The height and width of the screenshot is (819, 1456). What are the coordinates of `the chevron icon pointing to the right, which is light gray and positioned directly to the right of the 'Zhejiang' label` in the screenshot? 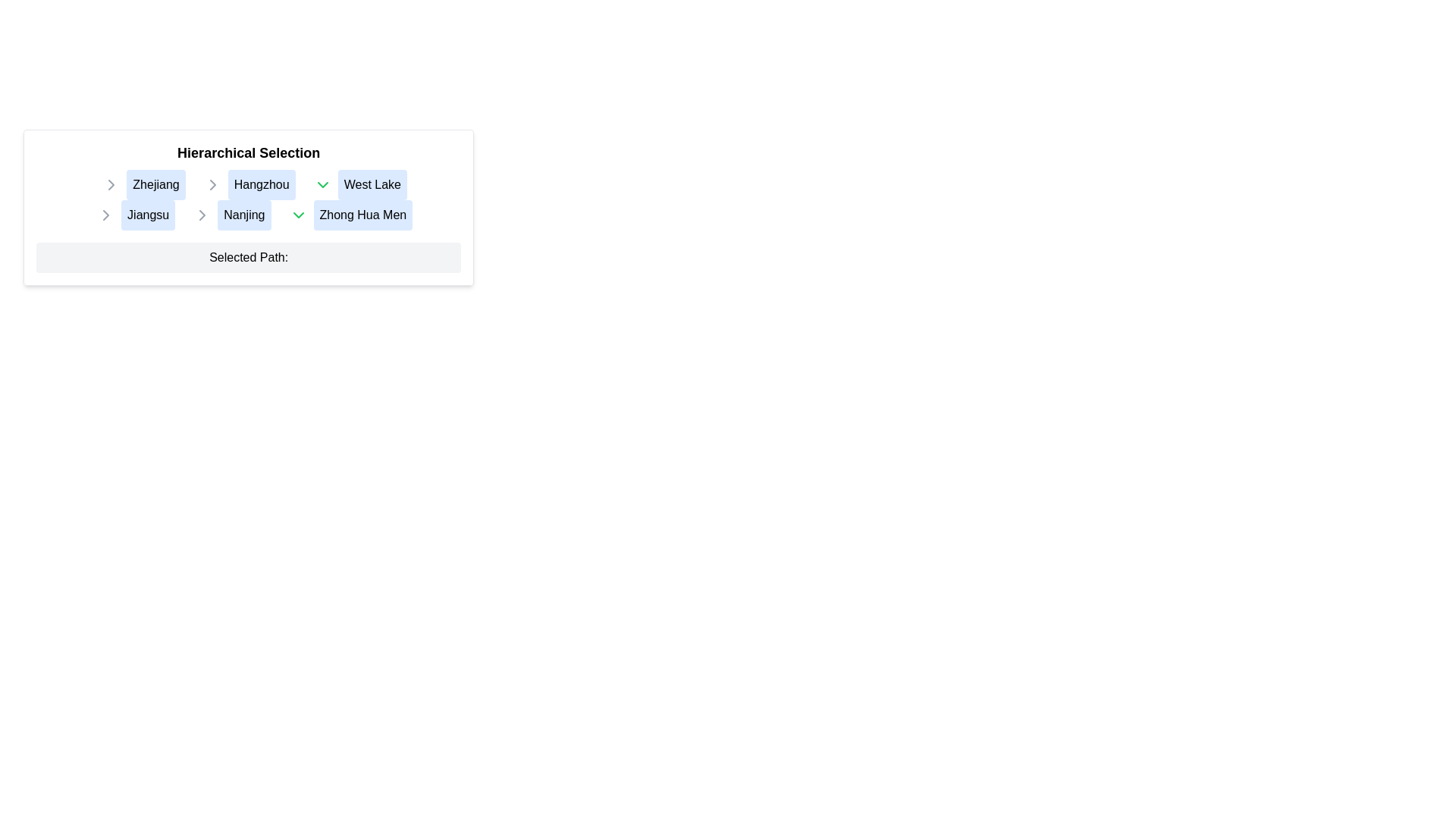 It's located at (111, 184).